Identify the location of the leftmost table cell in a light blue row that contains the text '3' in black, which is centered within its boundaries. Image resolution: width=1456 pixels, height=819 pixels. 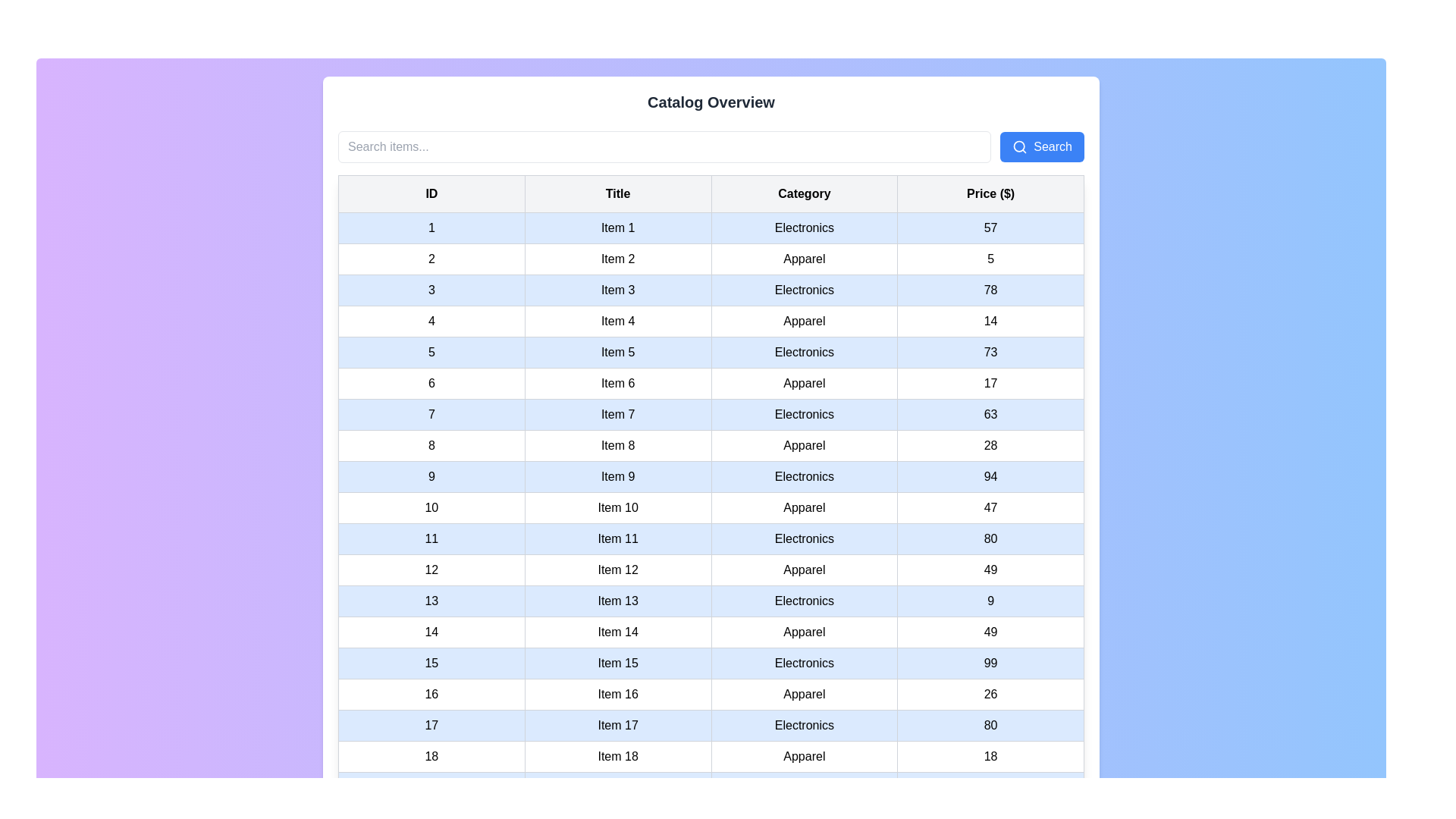
(431, 290).